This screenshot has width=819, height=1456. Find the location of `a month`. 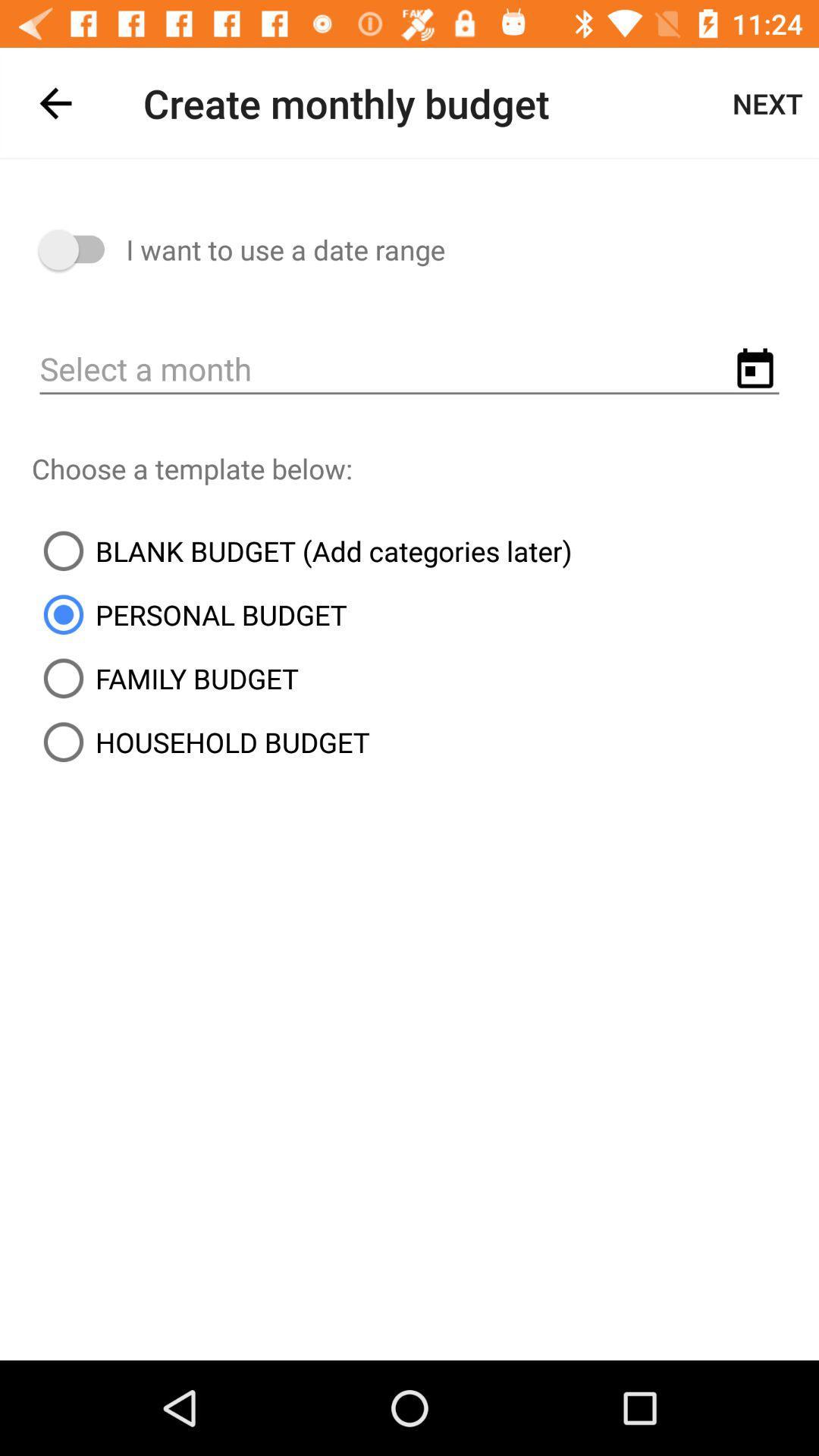

a month is located at coordinates (409, 370).